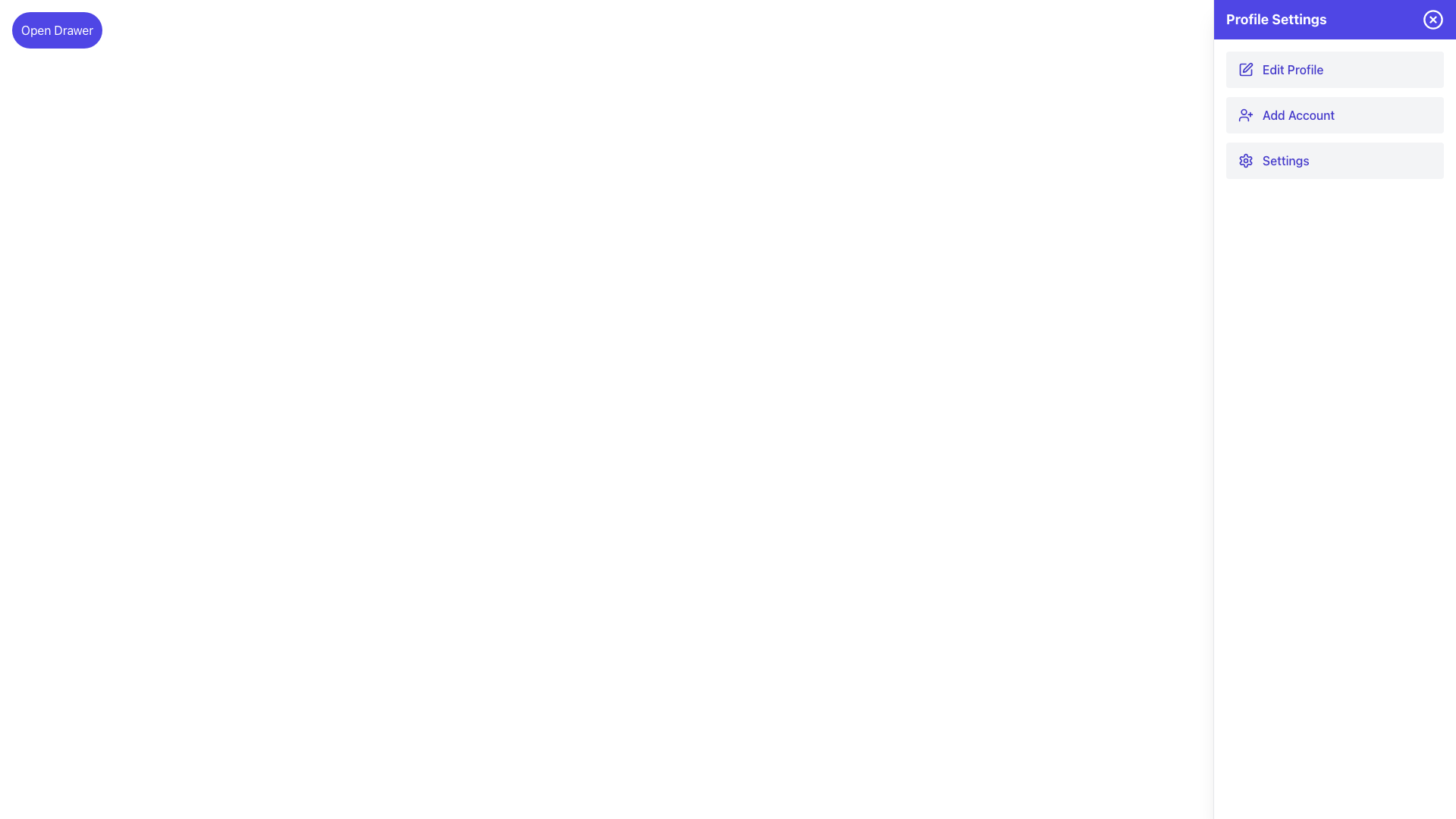 The image size is (1456, 819). What do you see at coordinates (1432, 20) in the screenshot?
I see `the close button located` at bounding box center [1432, 20].